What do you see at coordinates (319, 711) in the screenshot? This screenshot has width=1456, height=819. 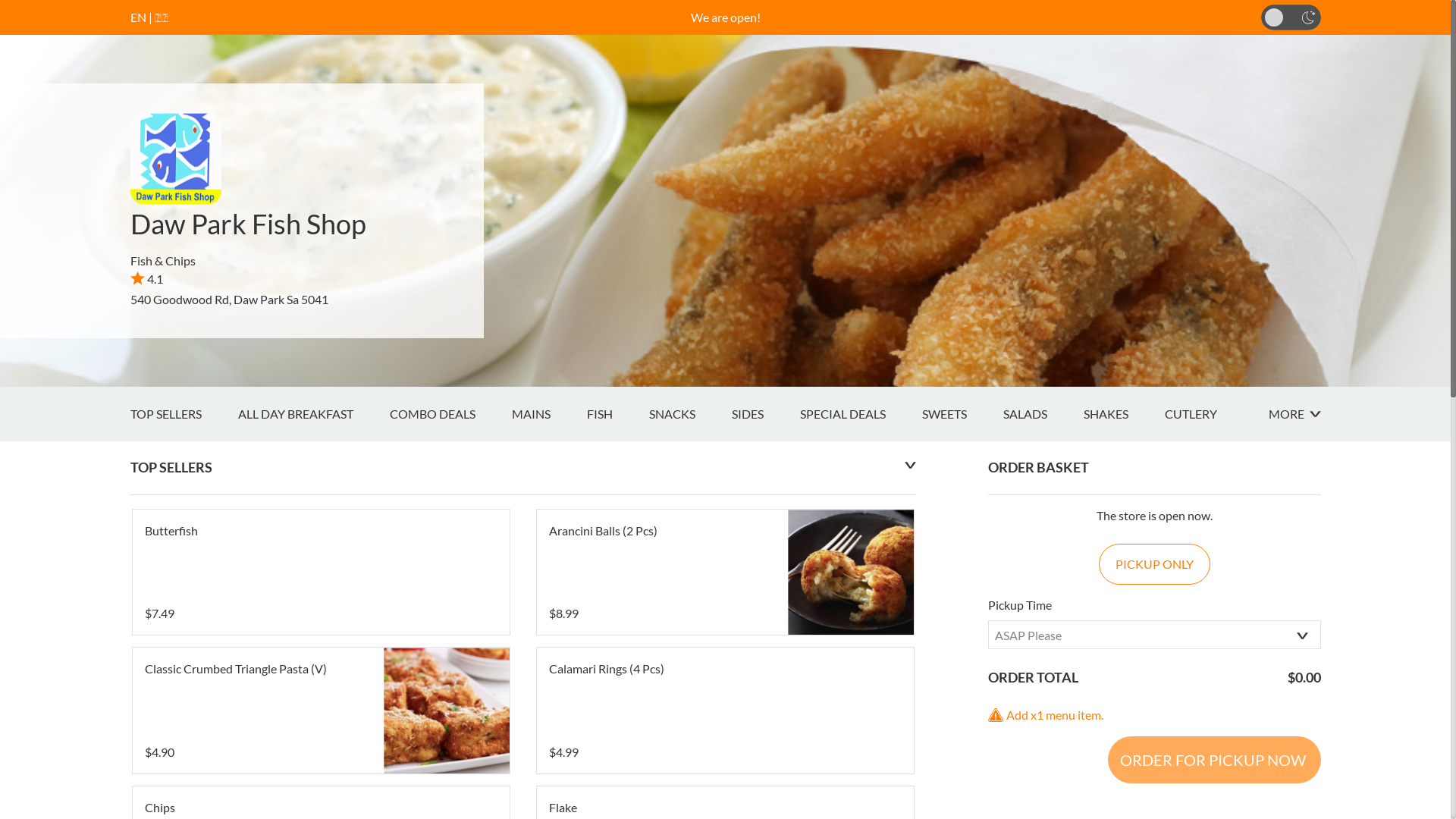 I see `'Classic Crumbed Triangle Pasta (V)` at bounding box center [319, 711].